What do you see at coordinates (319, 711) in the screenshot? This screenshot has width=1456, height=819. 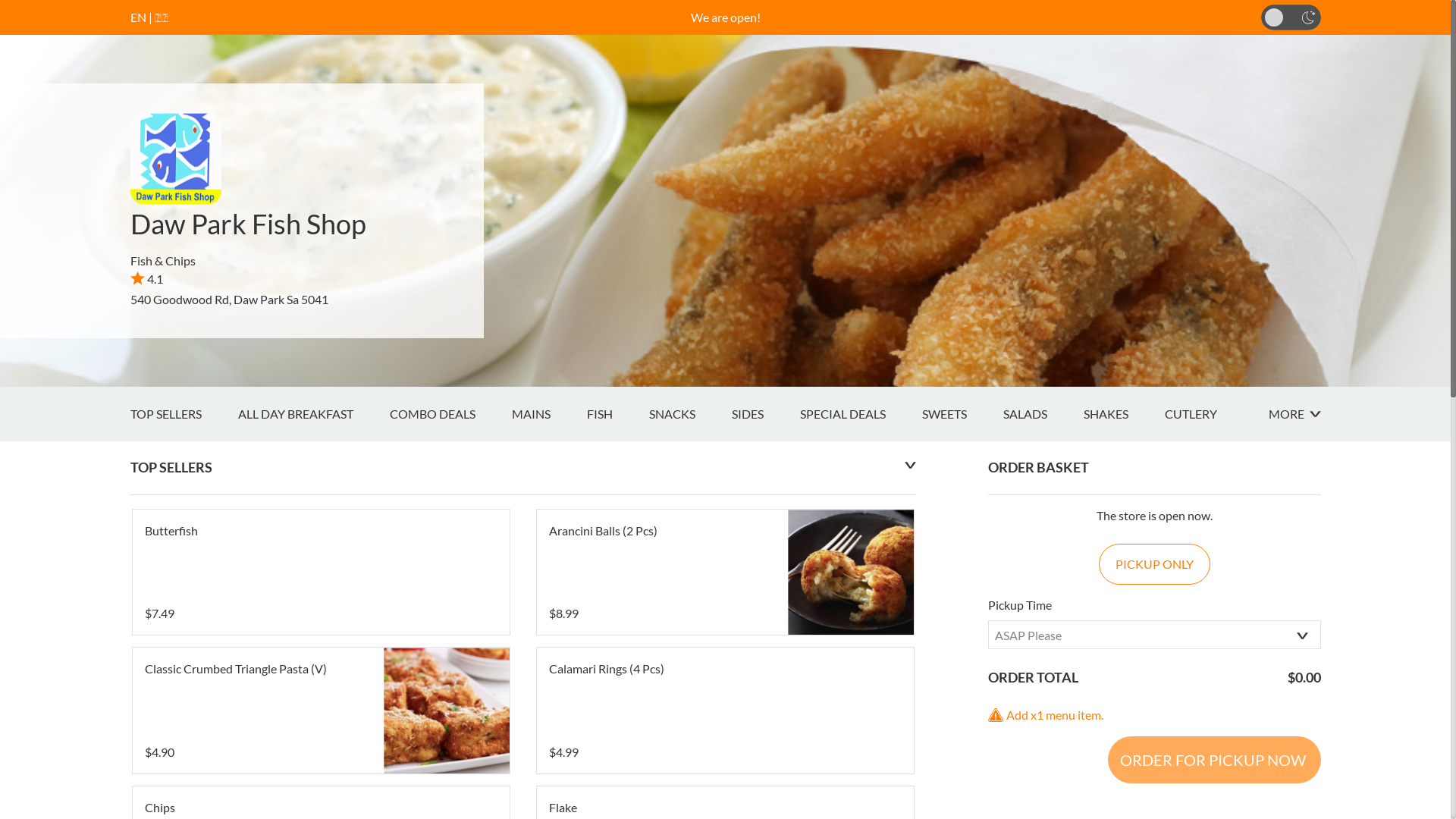 I see `'Classic Crumbed Triangle Pasta (V)` at bounding box center [319, 711].